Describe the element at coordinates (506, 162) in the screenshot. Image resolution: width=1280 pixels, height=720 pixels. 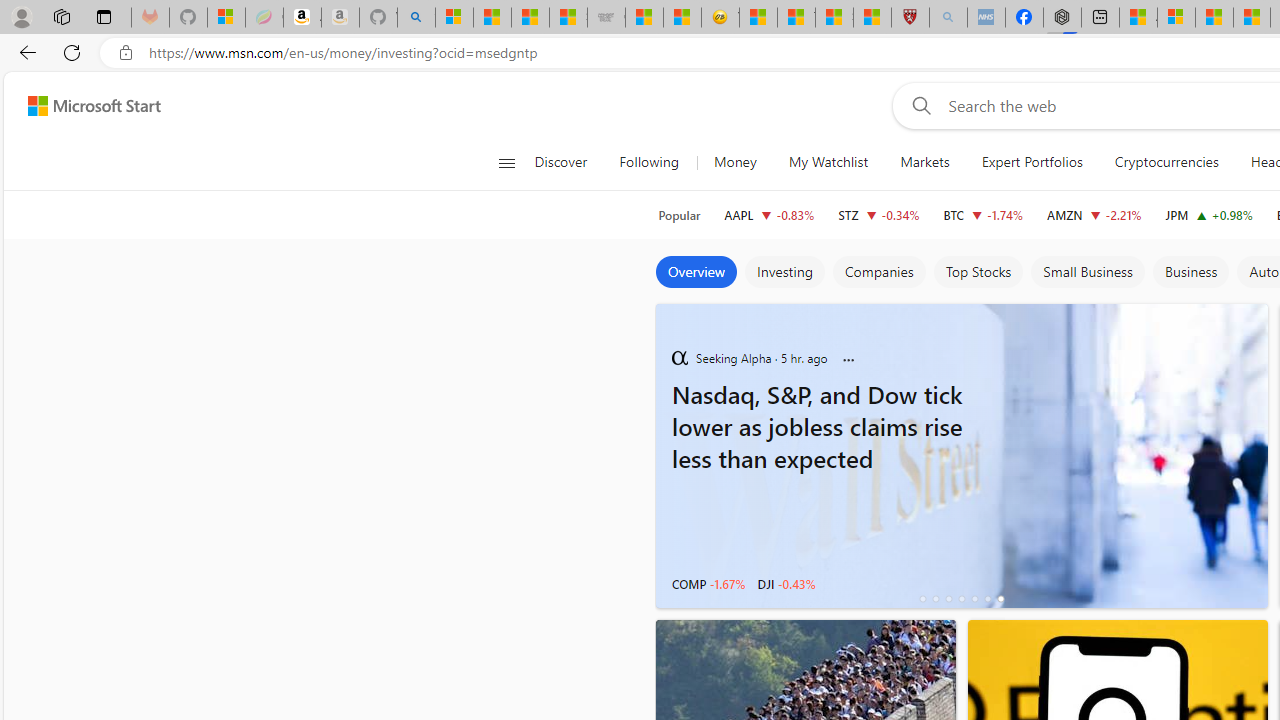
I see `'Open navigation menu'` at that location.